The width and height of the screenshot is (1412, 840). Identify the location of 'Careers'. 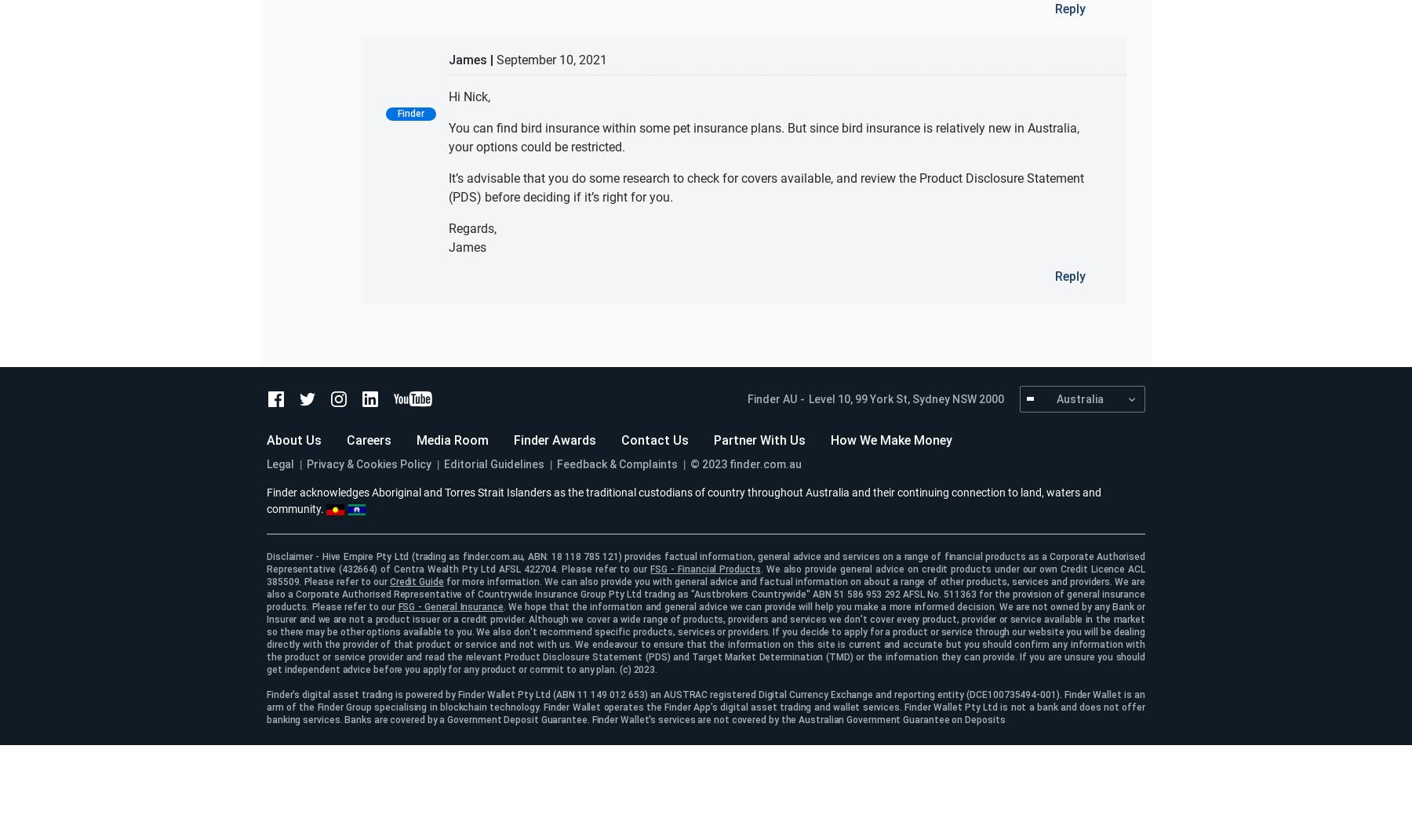
(368, 439).